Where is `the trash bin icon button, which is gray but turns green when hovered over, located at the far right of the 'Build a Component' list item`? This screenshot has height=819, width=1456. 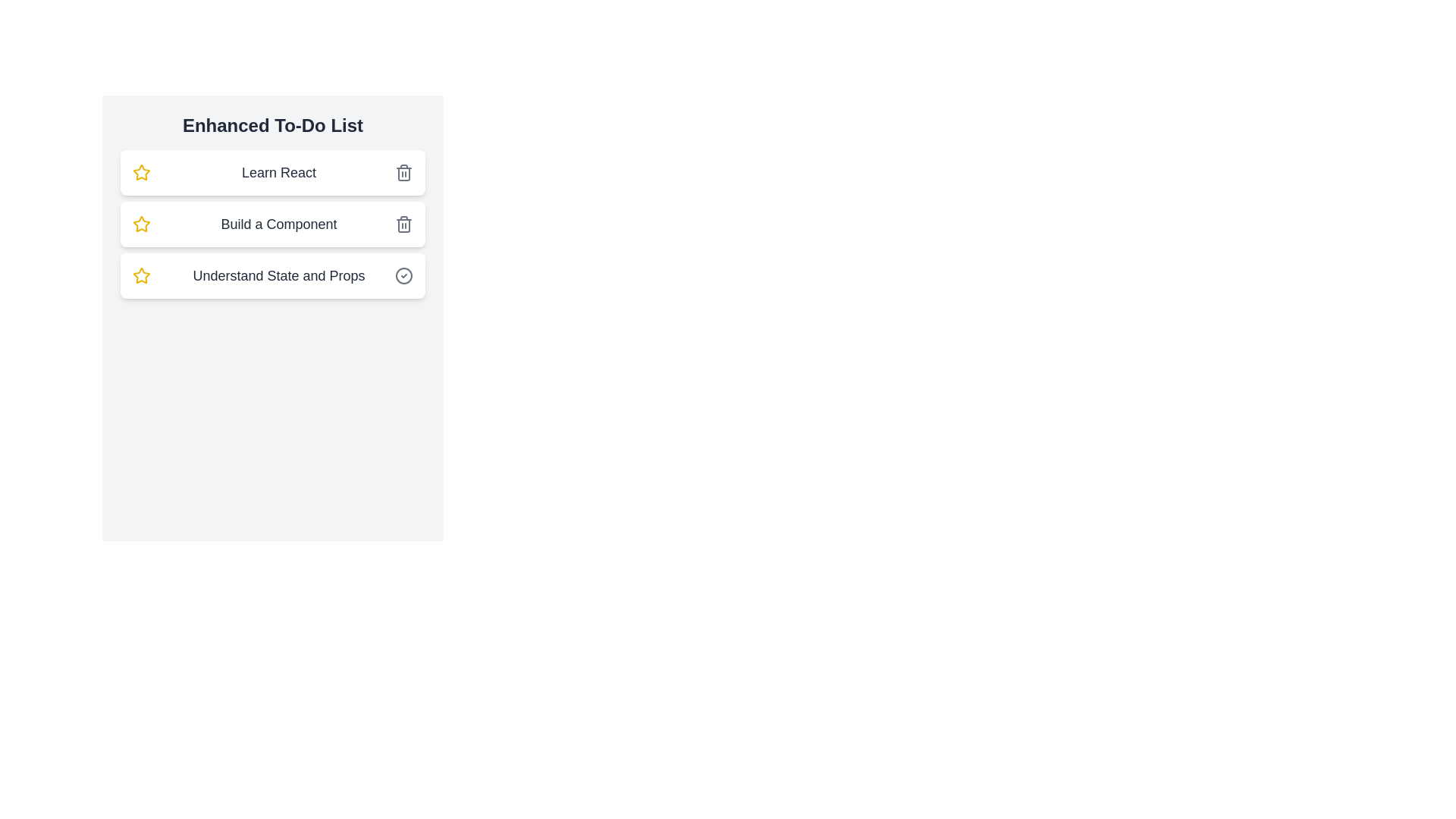 the trash bin icon button, which is gray but turns green when hovered over, located at the far right of the 'Build a Component' list item is located at coordinates (403, 224).